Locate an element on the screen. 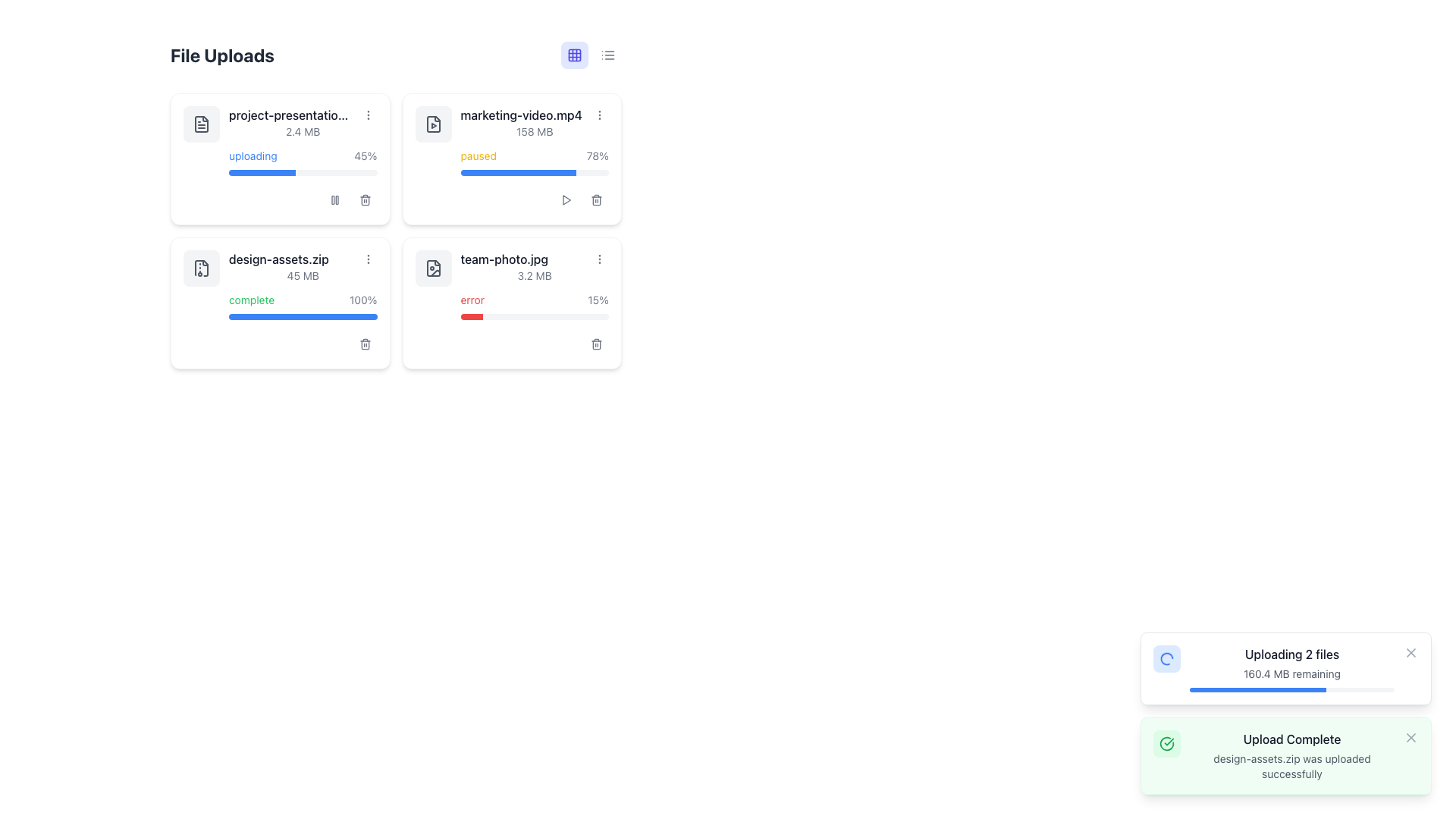 The image size is (1456, 819). the text label indicating the completion status of the upload or processing task for 'design-assets.zip' is located at coordinates (252, 300).